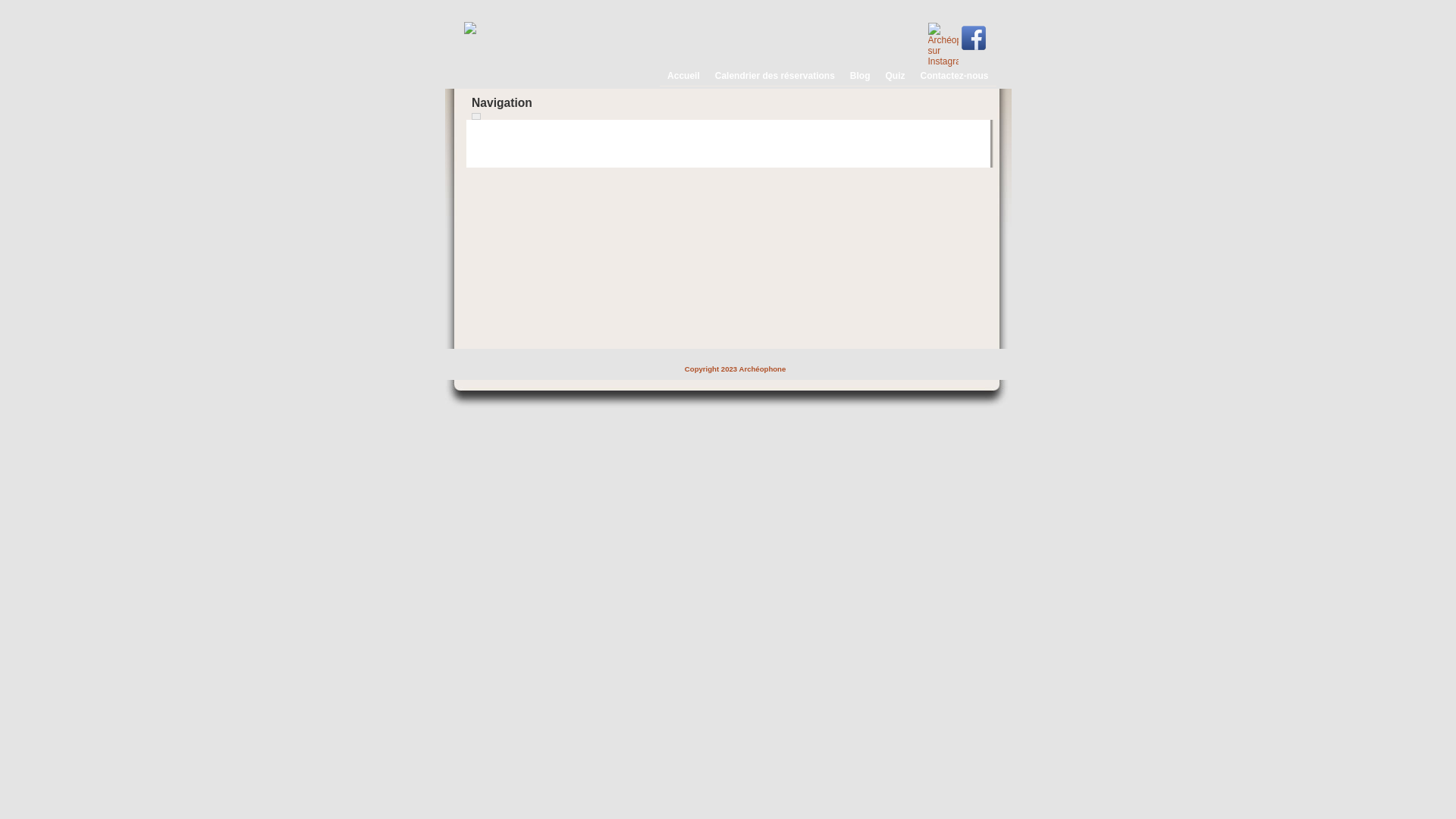 The image size is (1456, 819). Describe the element at coordinates (893, 73) in the screenshot. I see `'Quiz'` at that location.